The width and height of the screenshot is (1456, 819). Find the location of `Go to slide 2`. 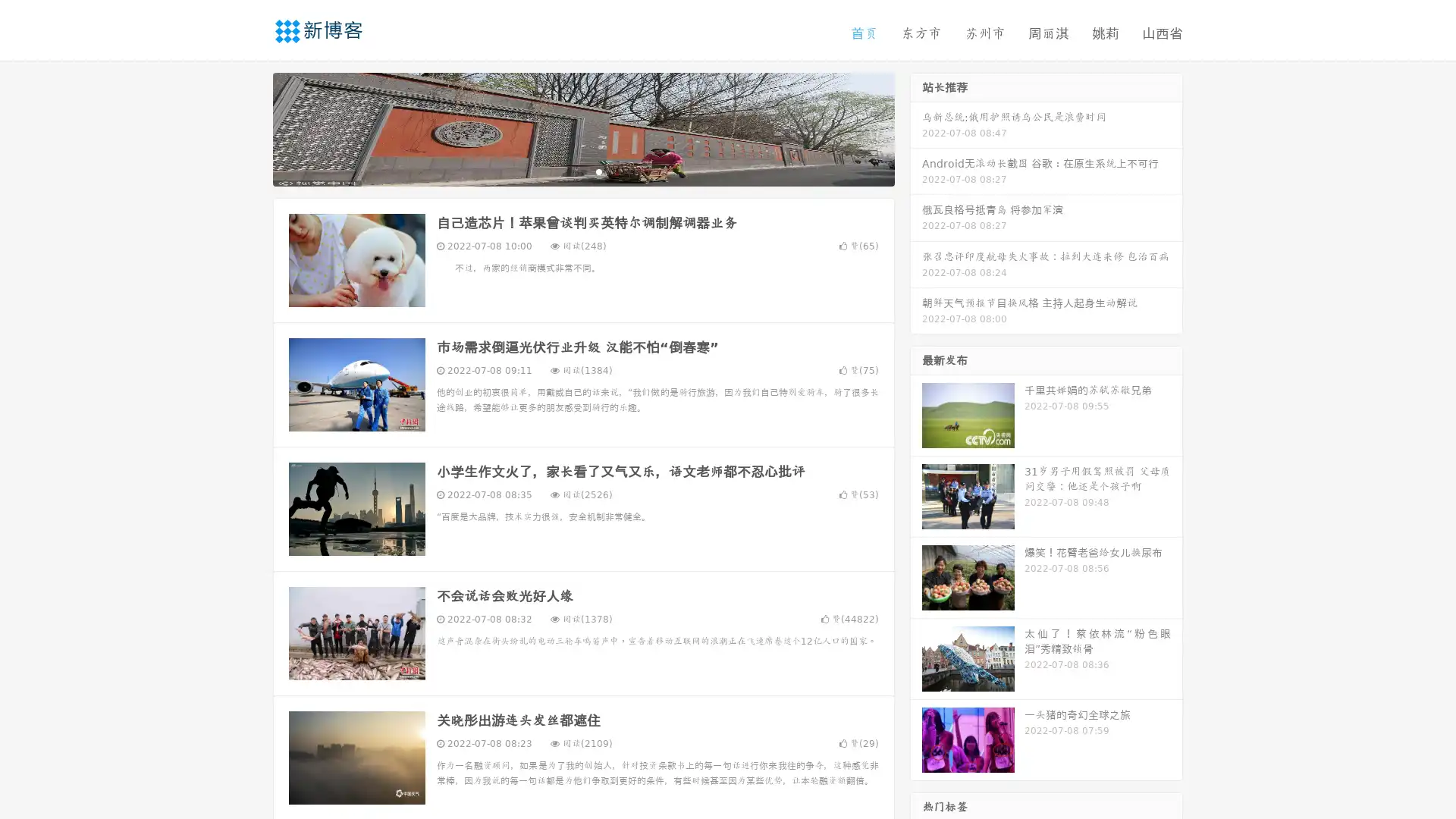

Go to slide 2 is located at coordinates (582, 171).